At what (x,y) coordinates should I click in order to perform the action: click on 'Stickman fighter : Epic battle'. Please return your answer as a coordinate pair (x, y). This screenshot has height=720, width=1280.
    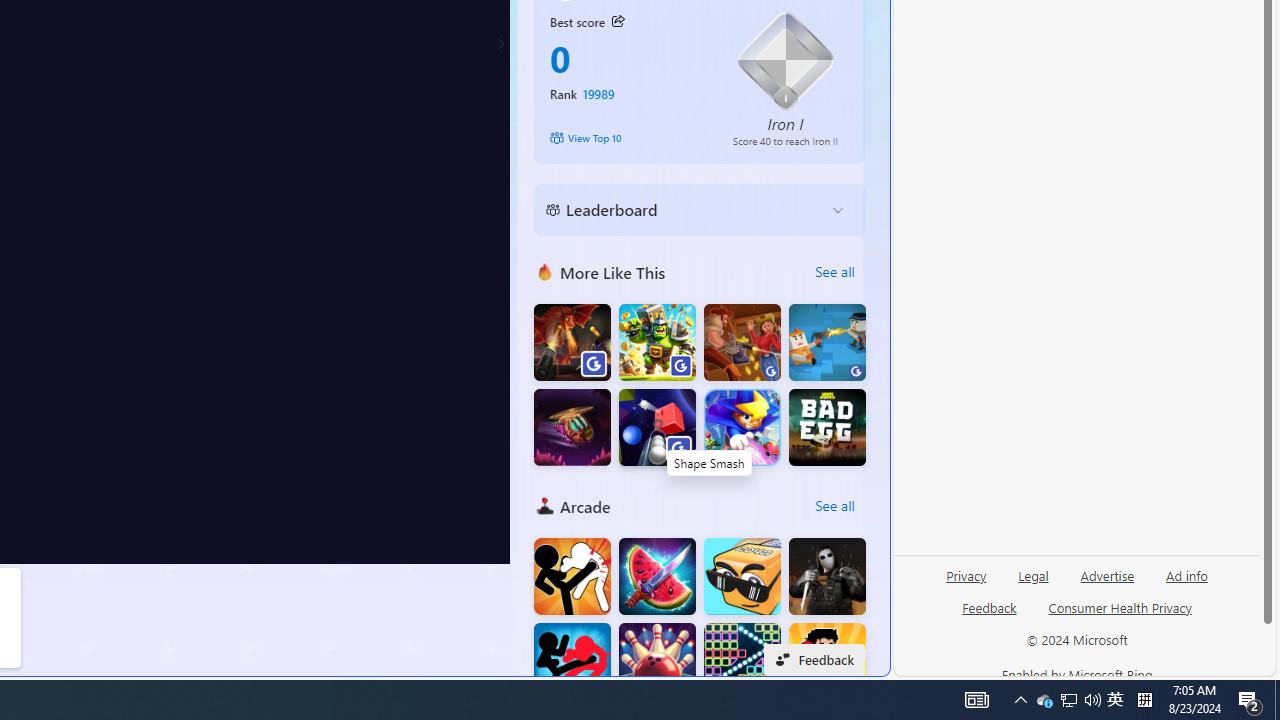
    Looking at the image, I should click on (571, 661).